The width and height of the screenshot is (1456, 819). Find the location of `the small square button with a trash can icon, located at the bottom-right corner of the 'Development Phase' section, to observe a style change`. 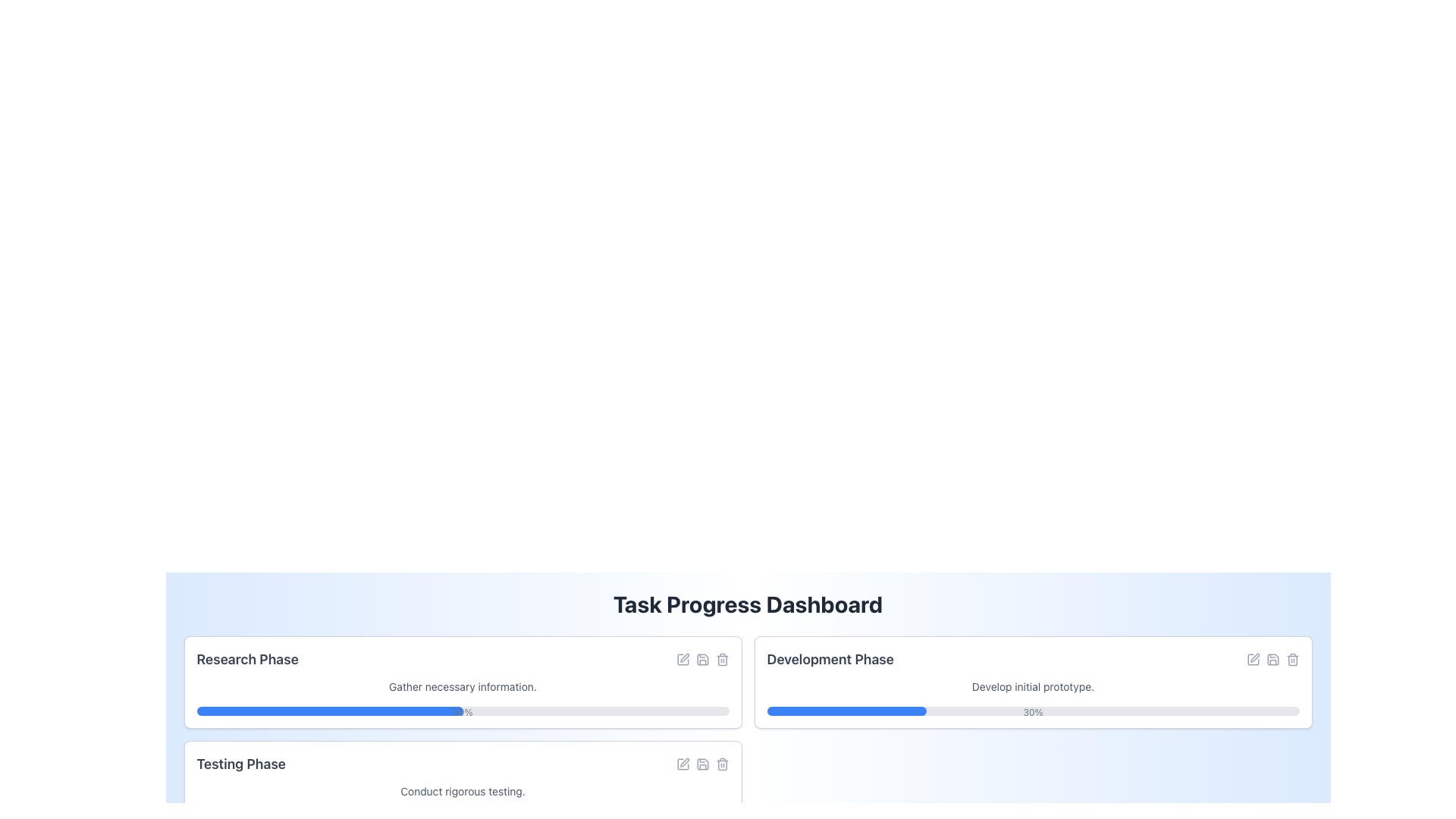

the small square button with a trash can icon, located at the bottom-right corner of the 'Development Phase' section, to observe a style change is located at coordinates (1291, 659).